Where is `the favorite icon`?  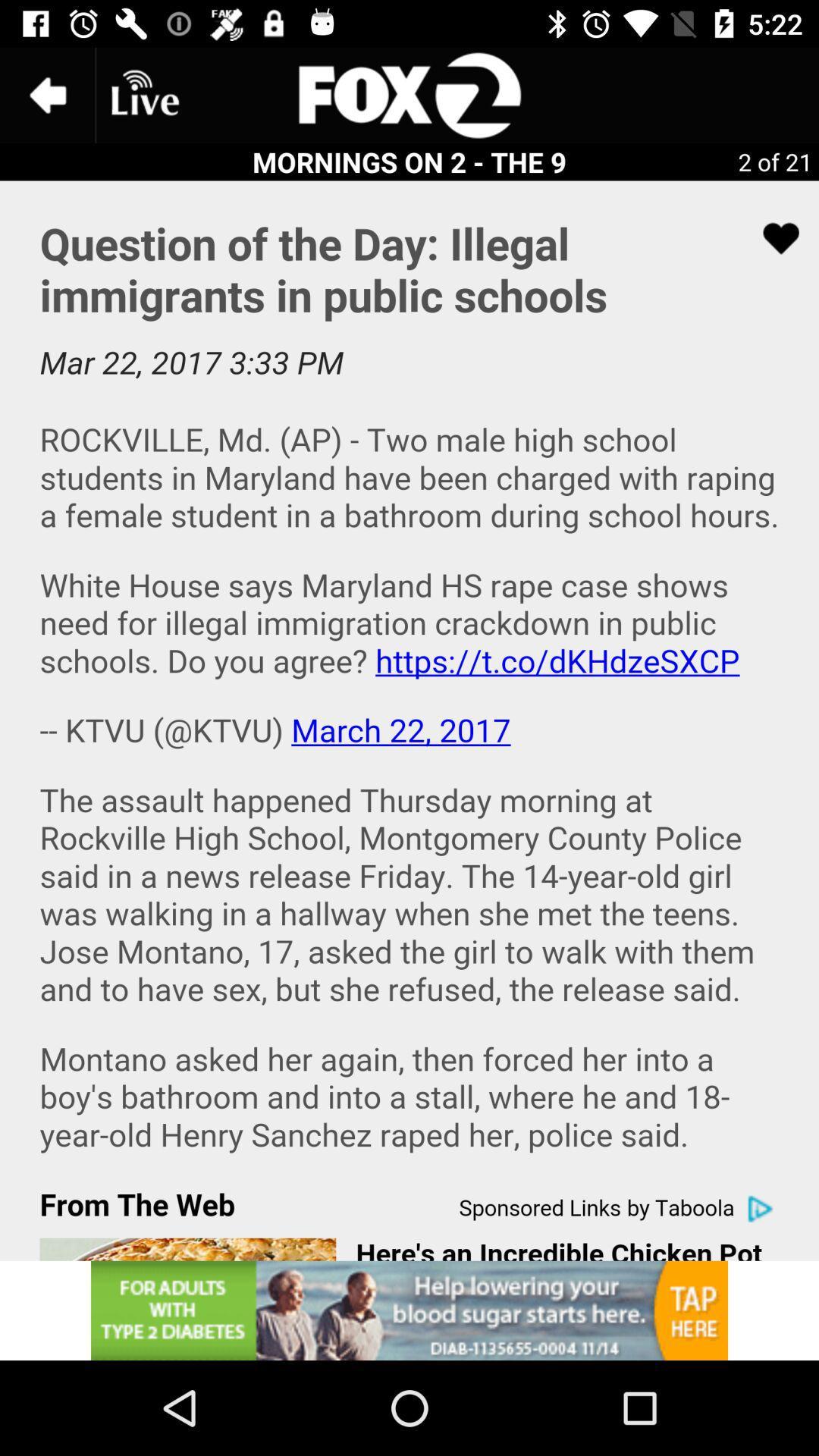 the favorite icon is located at coordinates (771, 237).